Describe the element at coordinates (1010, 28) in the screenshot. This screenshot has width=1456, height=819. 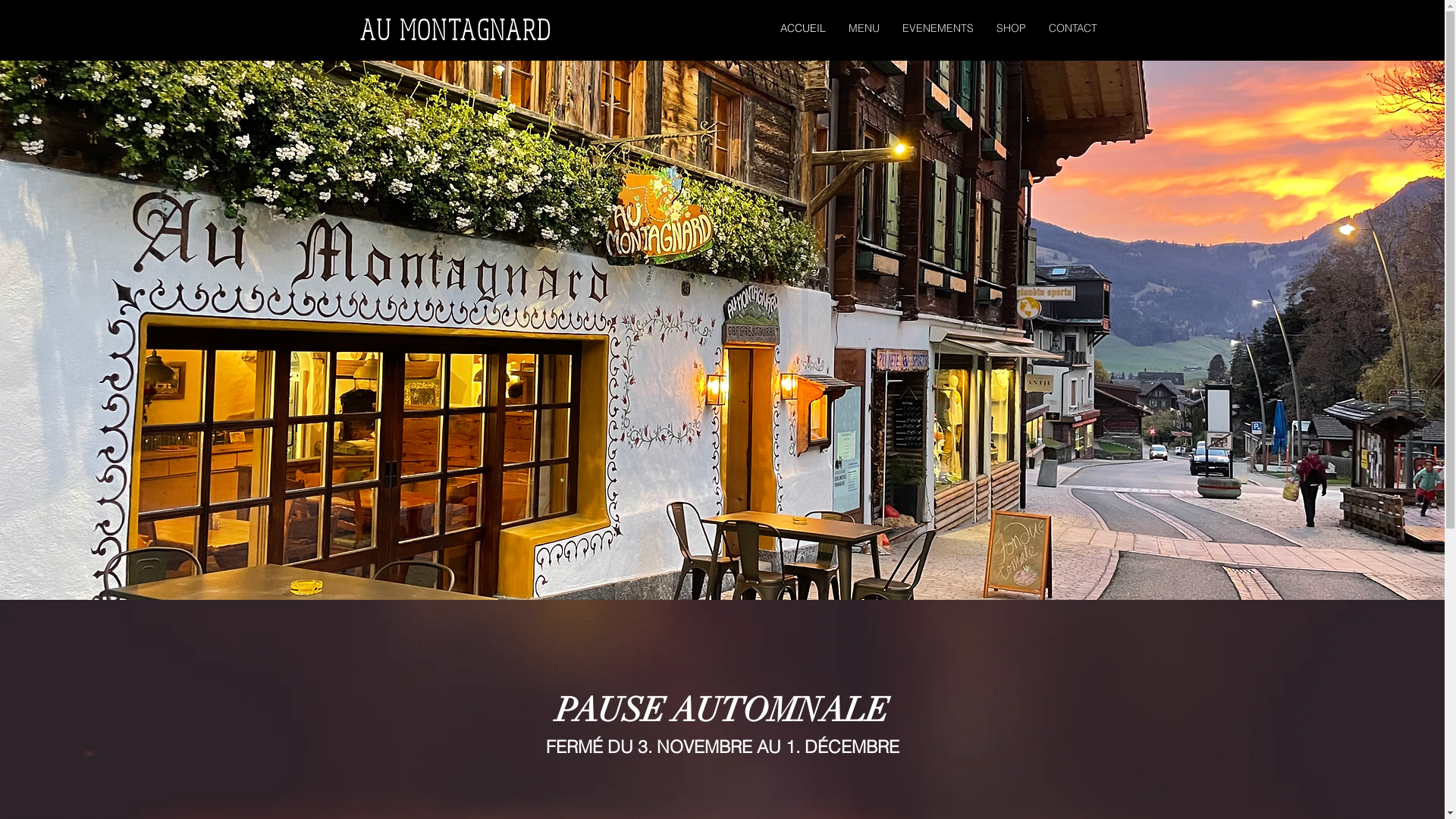
I see `'SHOP'` at that location.